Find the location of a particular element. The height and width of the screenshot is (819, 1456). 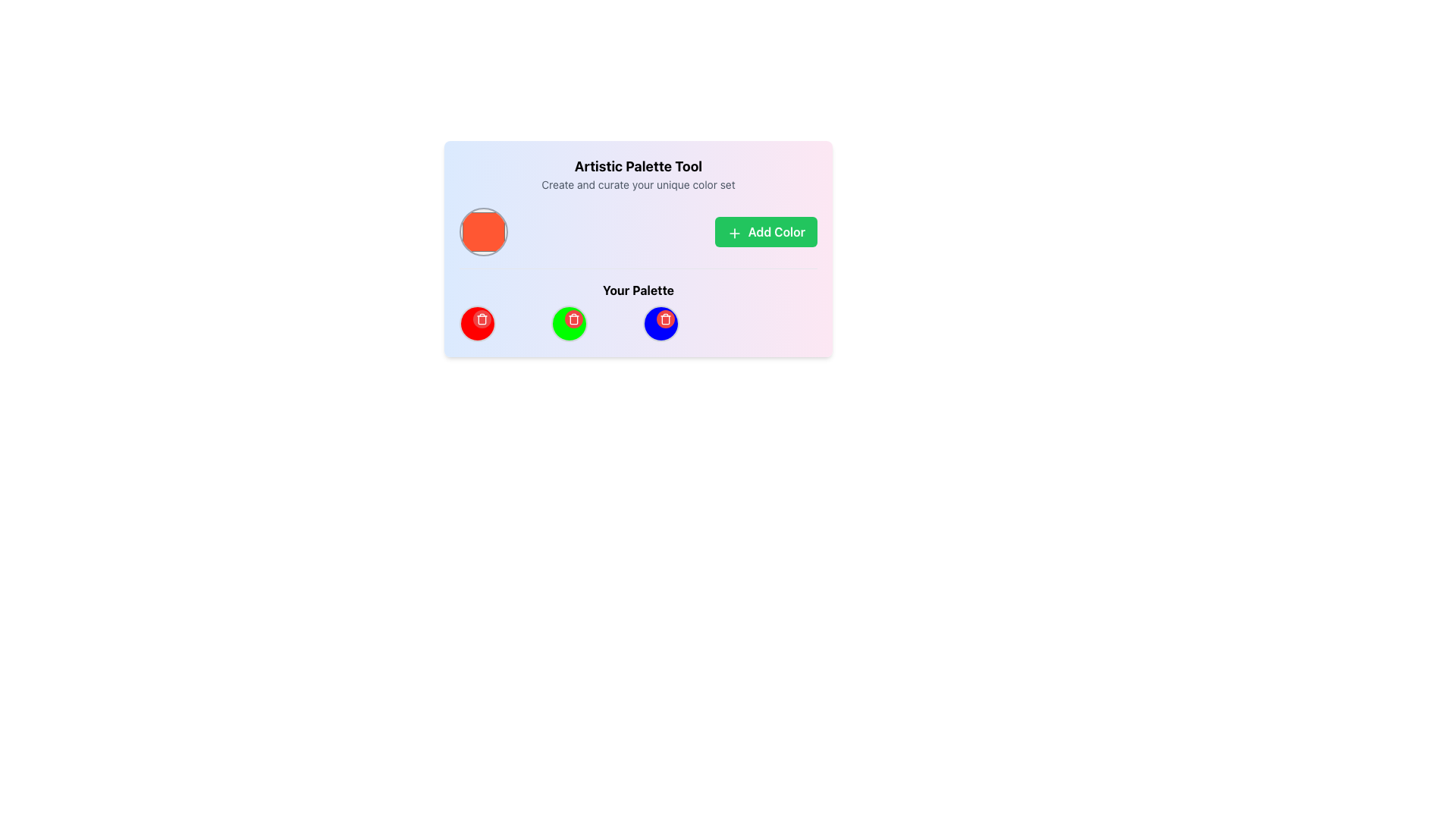

the 'Your Palette' text label, which is styled in bold black font and centered above a grid of colored circular components is located at coordinates (638, 290).